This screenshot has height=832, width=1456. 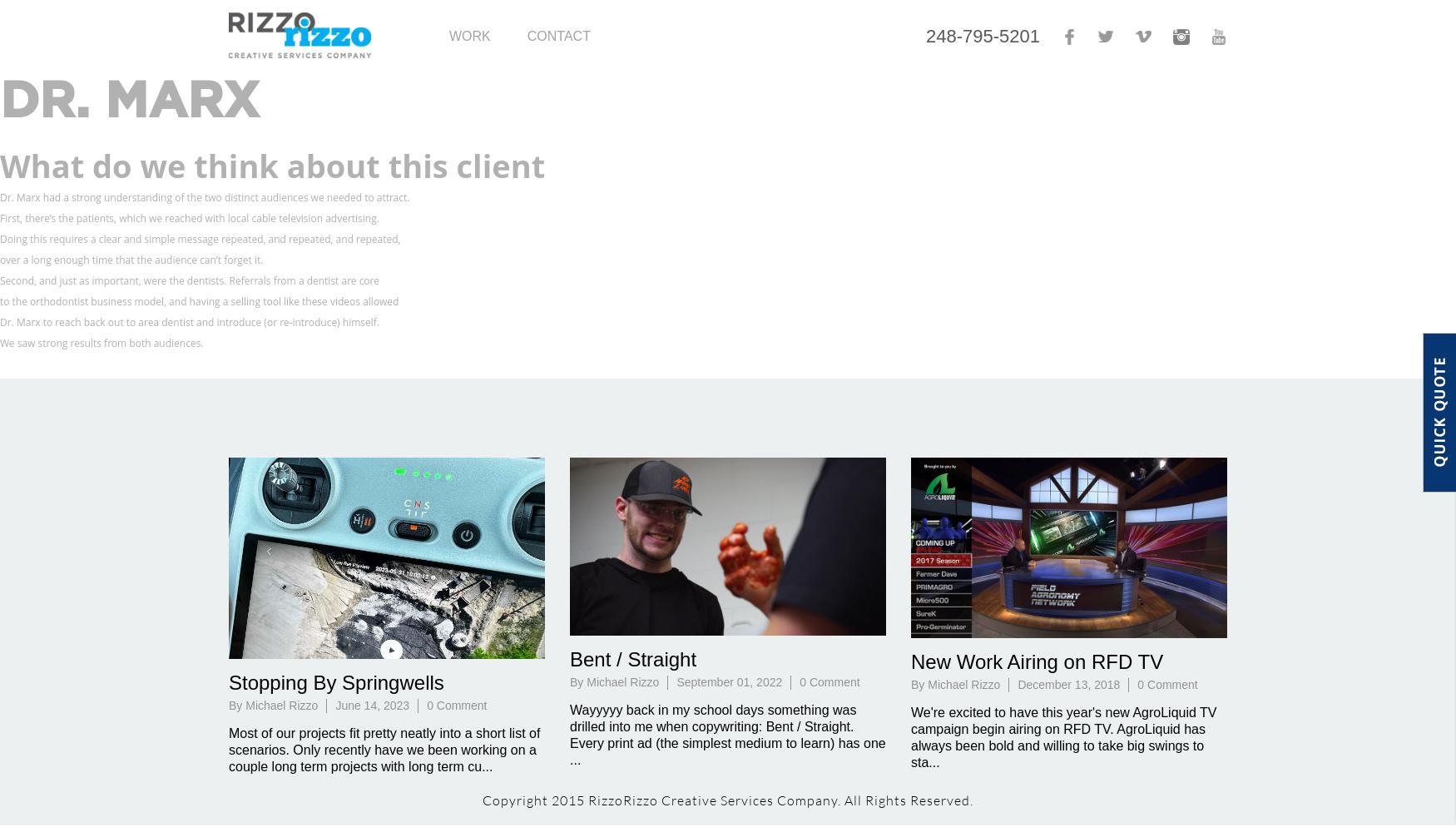 What do you see at coordinates (0, 102) in the screenshot?
I see `'Dr. Marx'` at bounding box center [0, 102].